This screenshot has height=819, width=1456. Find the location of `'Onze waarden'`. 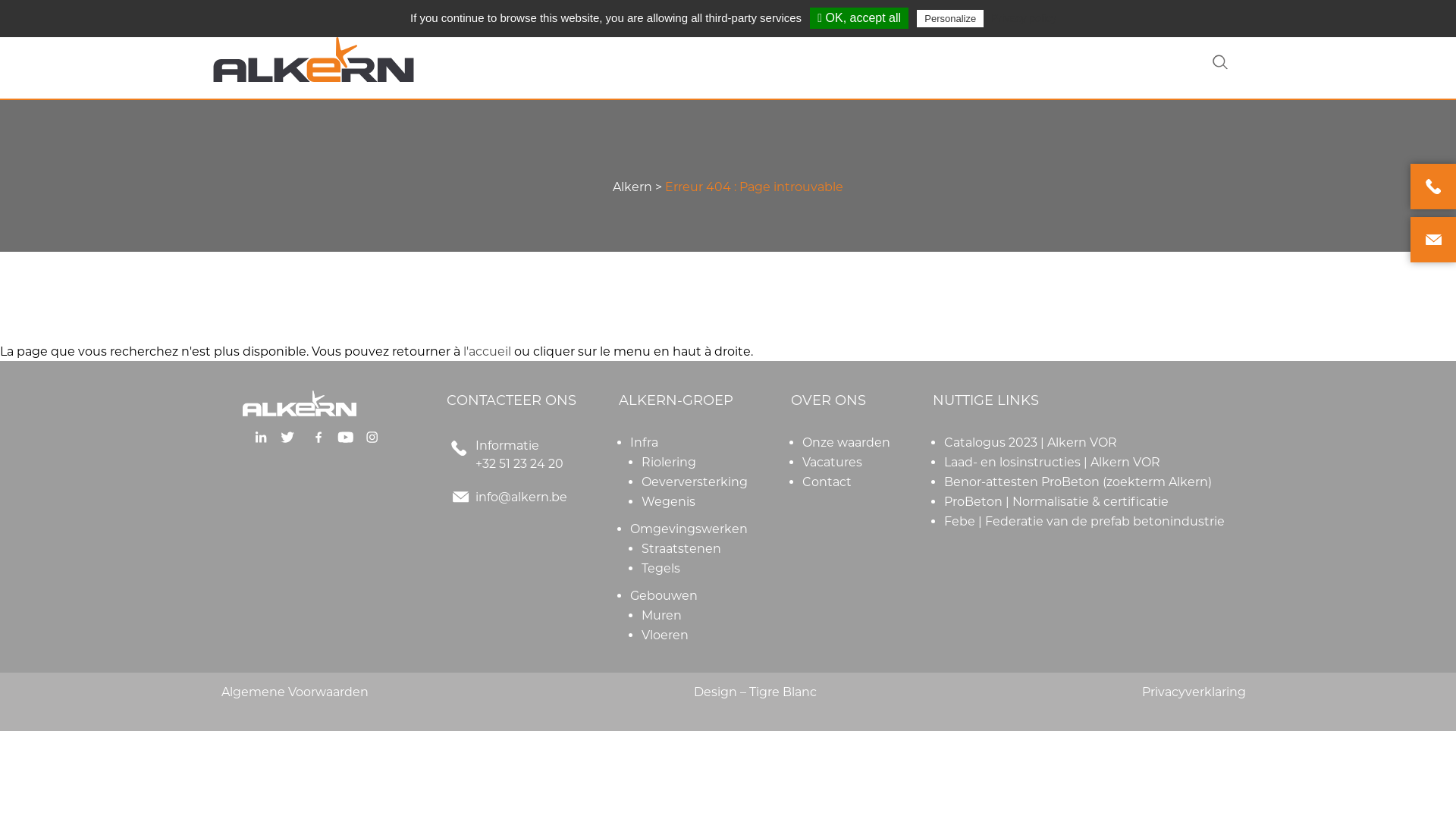

'Onze waarden' is located at coordinates (846, 442).